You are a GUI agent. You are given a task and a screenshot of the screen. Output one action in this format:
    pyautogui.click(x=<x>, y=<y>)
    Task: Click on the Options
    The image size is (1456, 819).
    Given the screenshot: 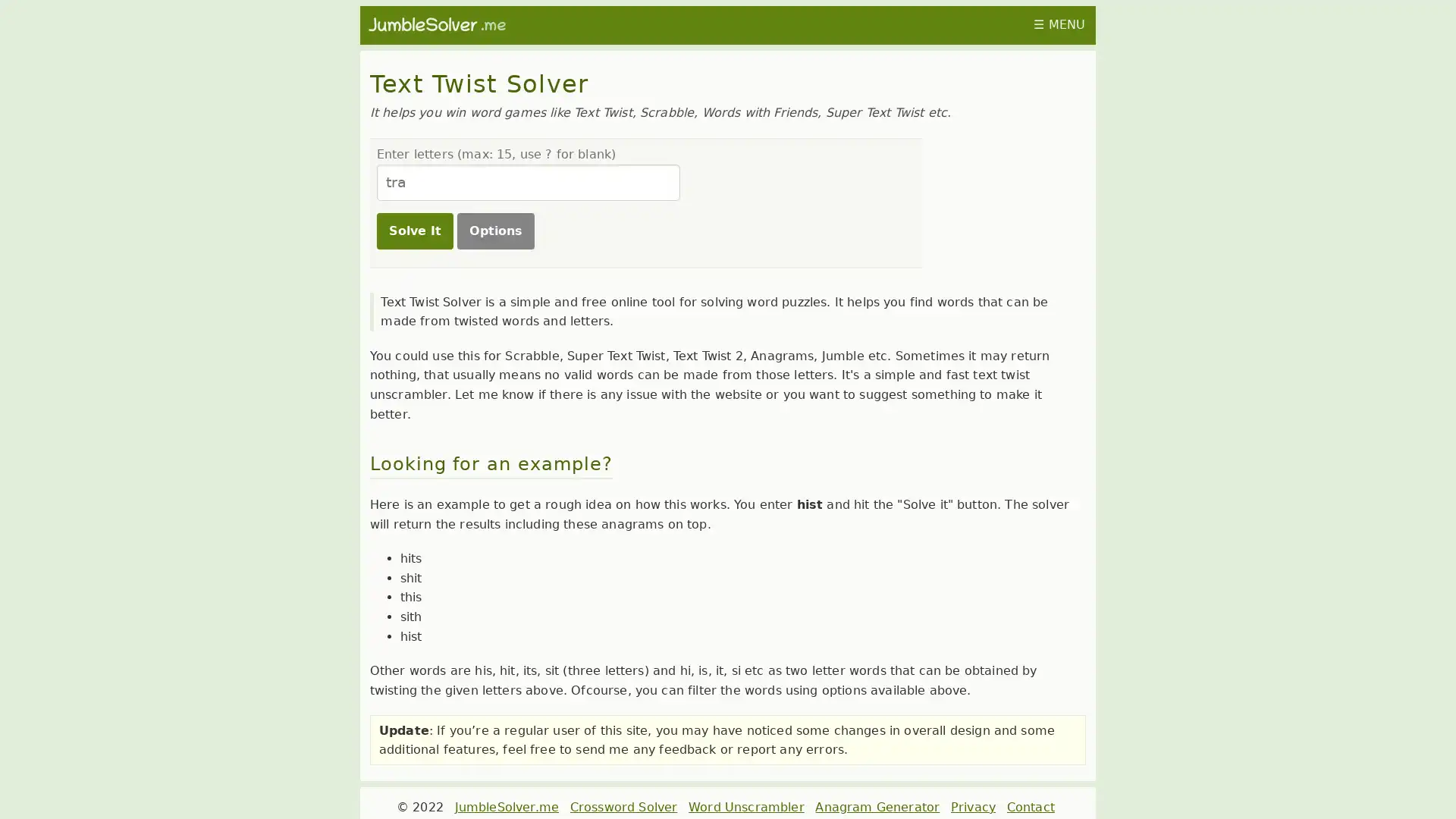 What is the action you would take?
    pyautogui.click(x=494, y=231)
    